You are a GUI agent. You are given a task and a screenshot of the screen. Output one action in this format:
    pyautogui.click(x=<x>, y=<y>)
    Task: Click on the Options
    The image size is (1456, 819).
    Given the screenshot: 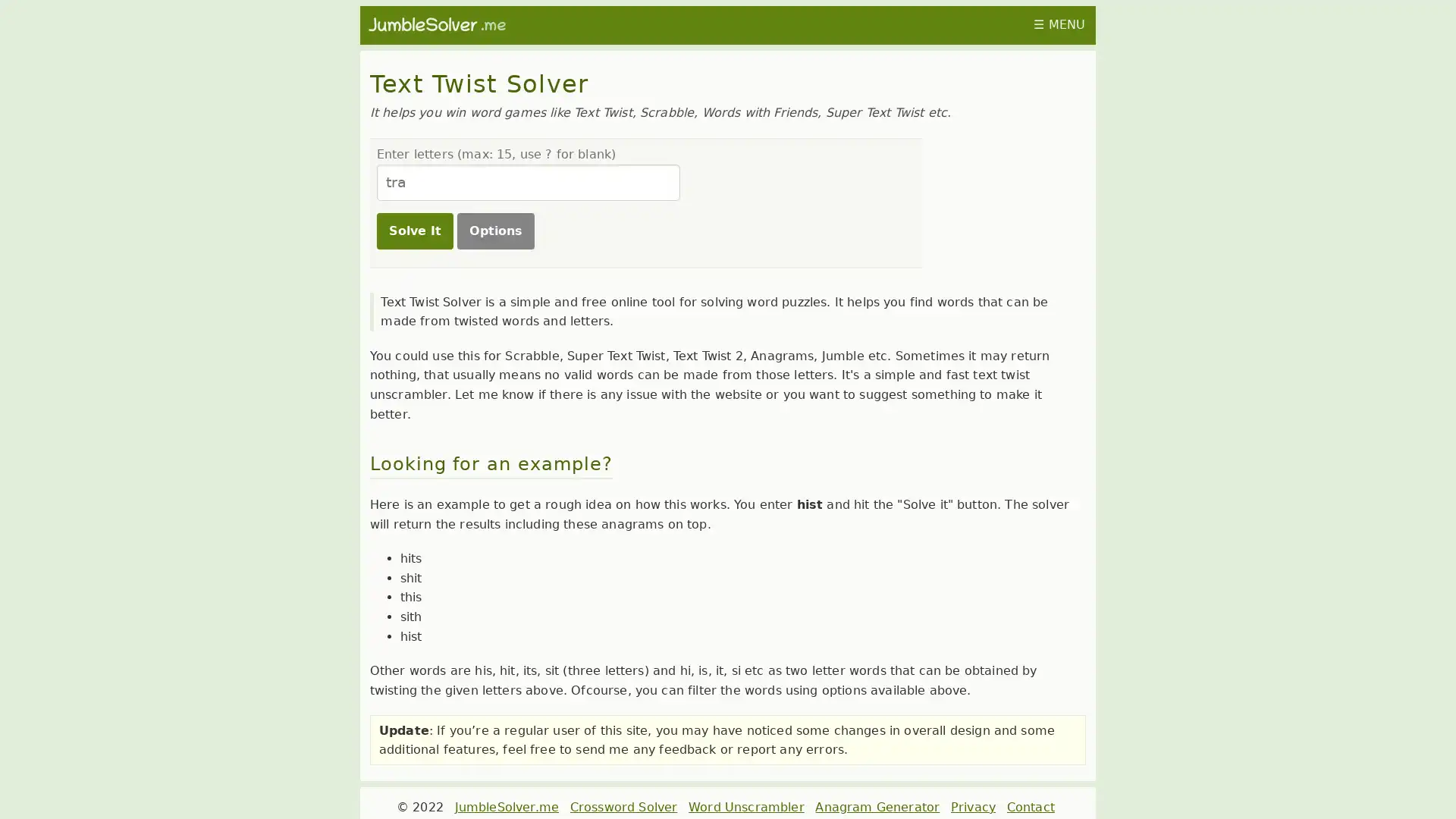 What is the action you would take?
    pyautogui.click(x=494, y=231)
    